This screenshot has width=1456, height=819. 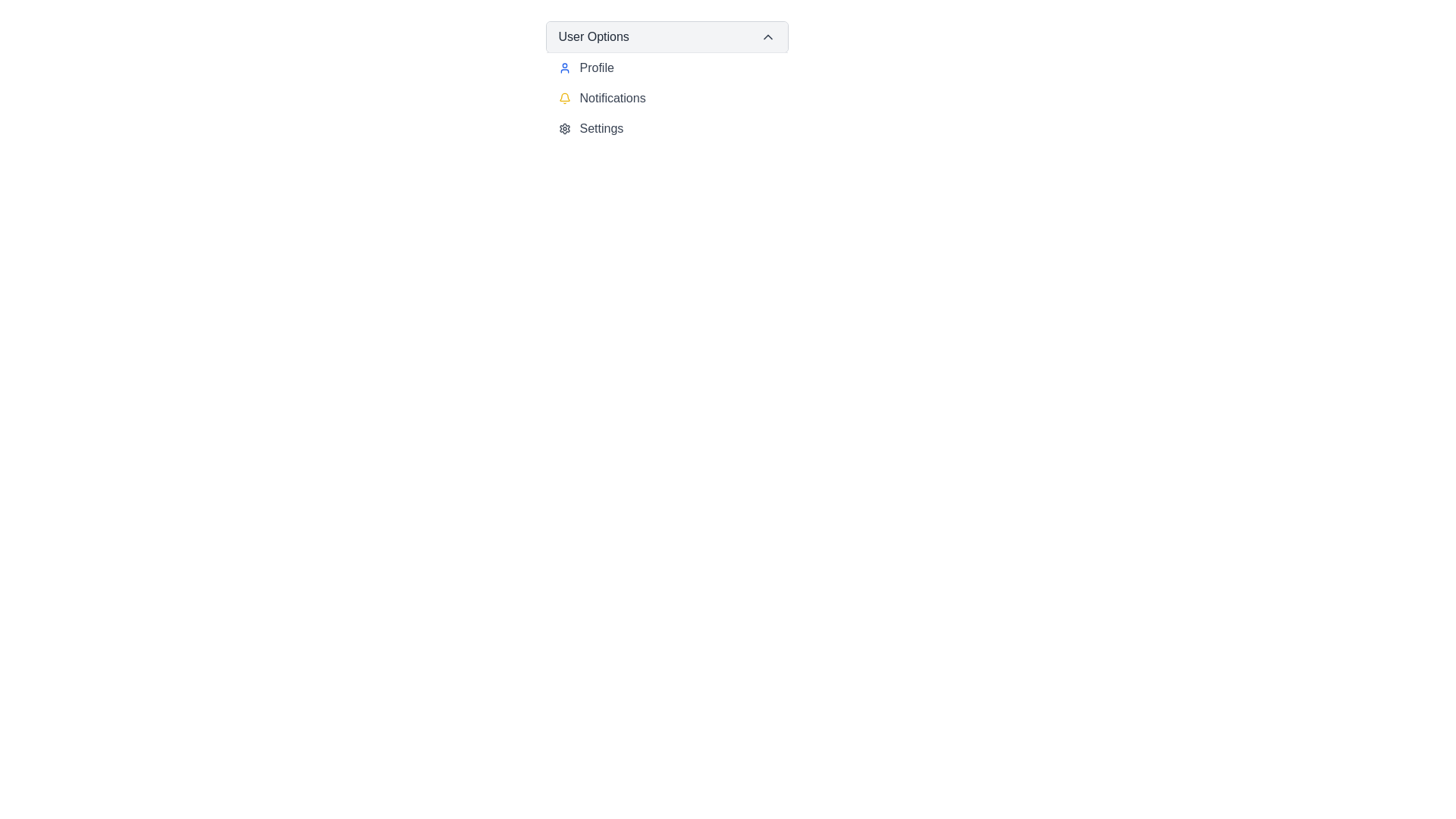 I want to click on the 'Settings' icon located to the left of the text 'Settings' in the user options menu, so click(x=563, y=127).